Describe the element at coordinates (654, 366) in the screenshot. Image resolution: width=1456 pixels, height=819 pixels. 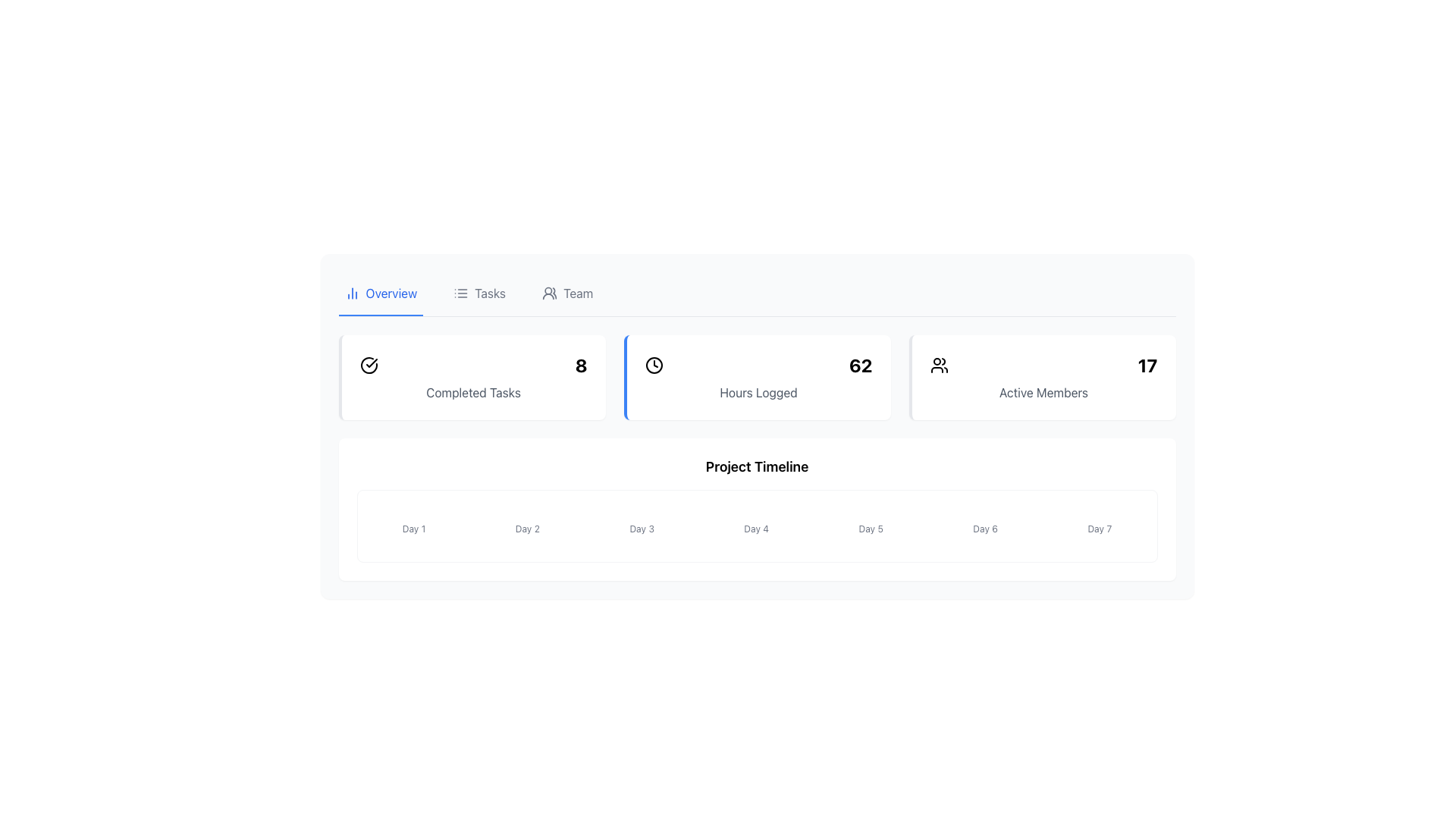
I see `the circular component of the clock icon in the 'Hours Logged' section, which visually represents the clock's dial` at that location.